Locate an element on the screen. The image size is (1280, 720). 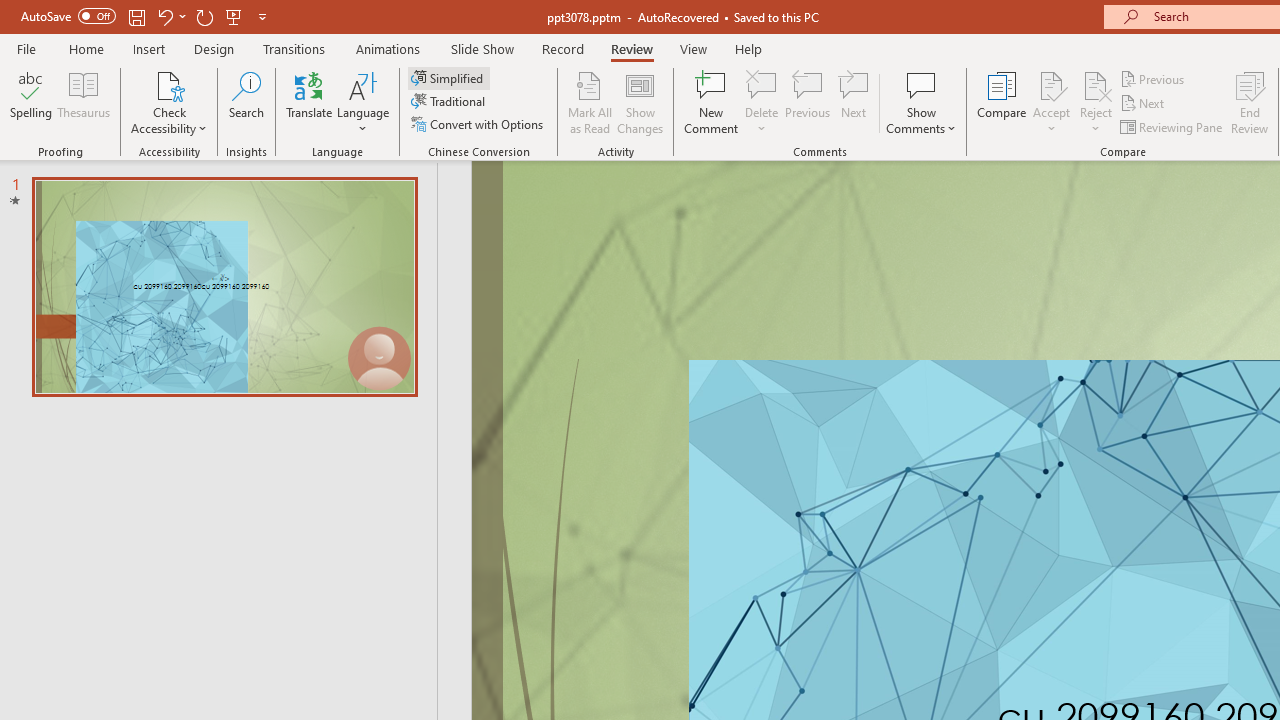
'Previous' is located at coordinates (1153, 78).